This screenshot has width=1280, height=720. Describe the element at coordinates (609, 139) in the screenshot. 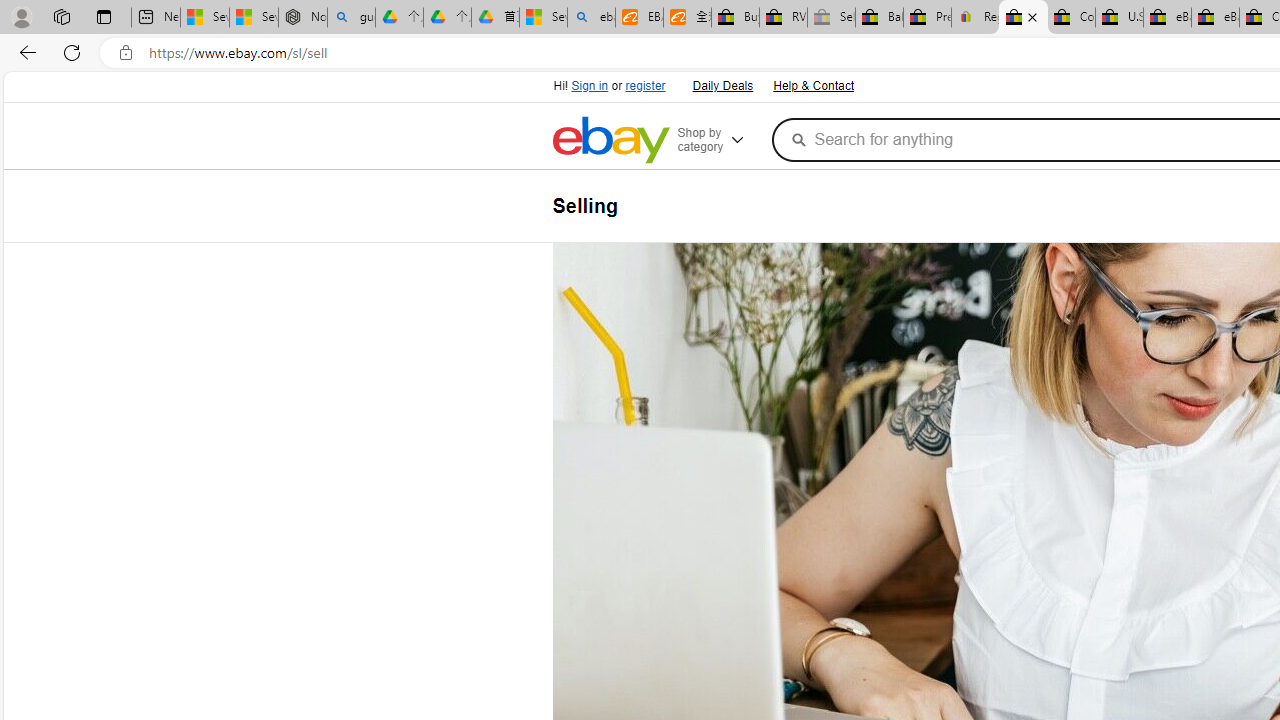

I see `'eBay Home'` at that location.